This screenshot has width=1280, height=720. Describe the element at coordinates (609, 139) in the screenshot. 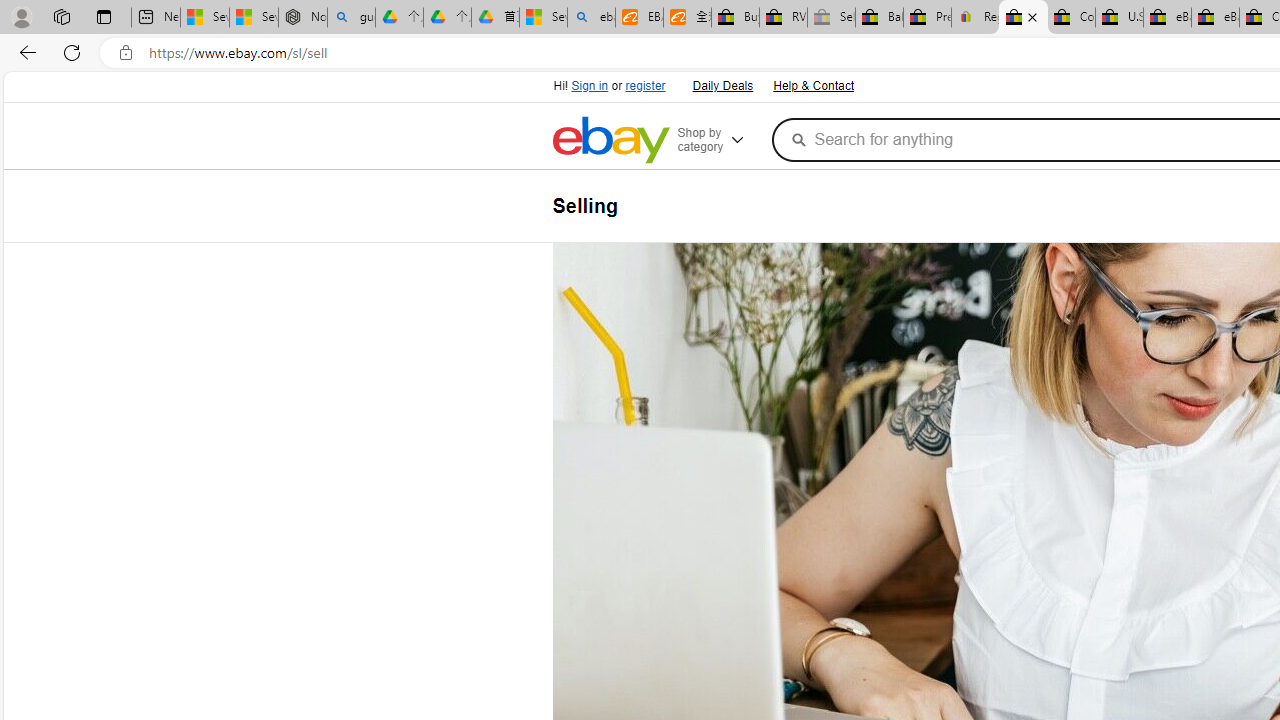

I see `'eBay Home'` at that location.